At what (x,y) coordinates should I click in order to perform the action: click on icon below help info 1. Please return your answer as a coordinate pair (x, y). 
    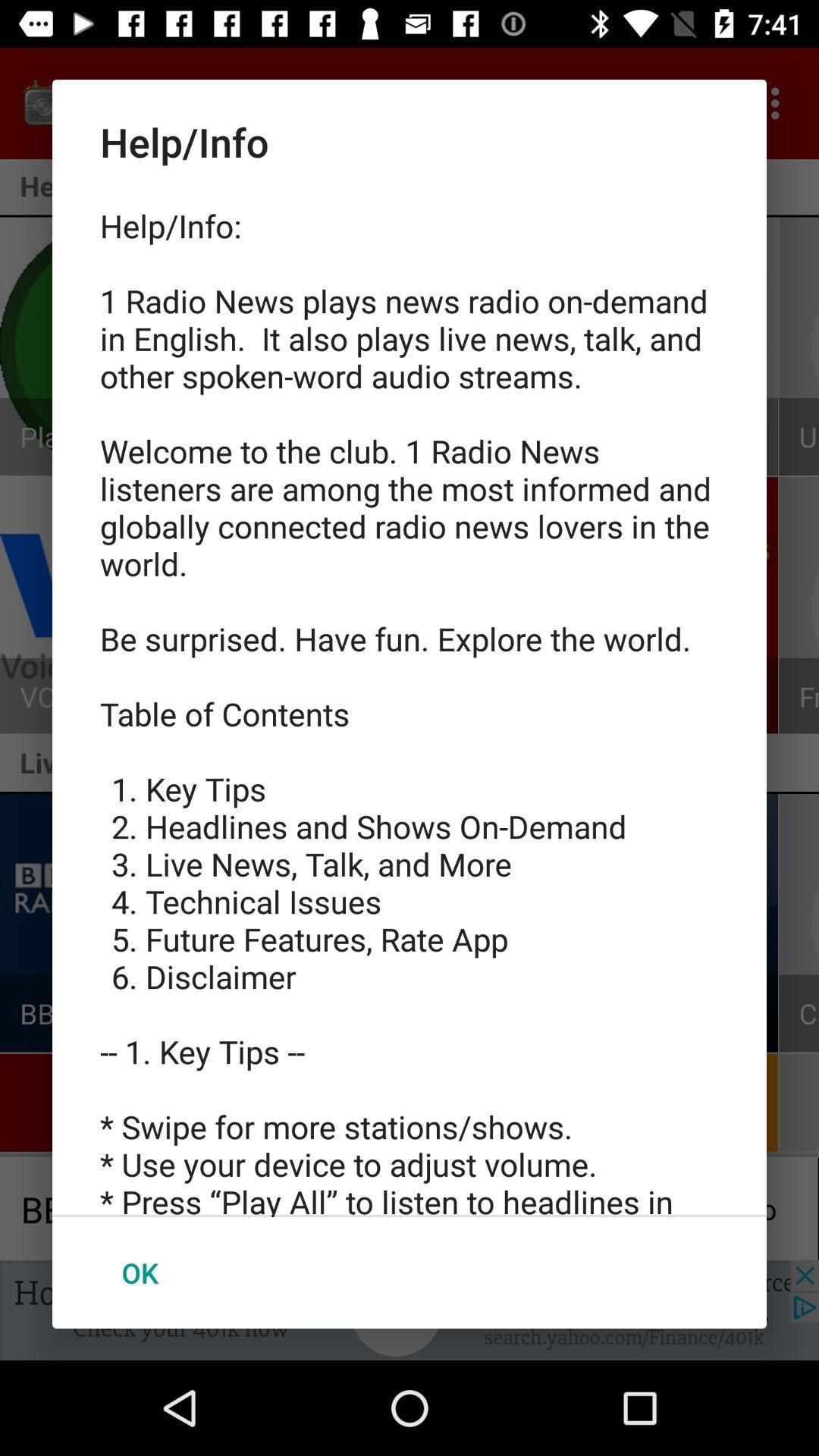
    Looking at the image, I should click on (140, 1272).